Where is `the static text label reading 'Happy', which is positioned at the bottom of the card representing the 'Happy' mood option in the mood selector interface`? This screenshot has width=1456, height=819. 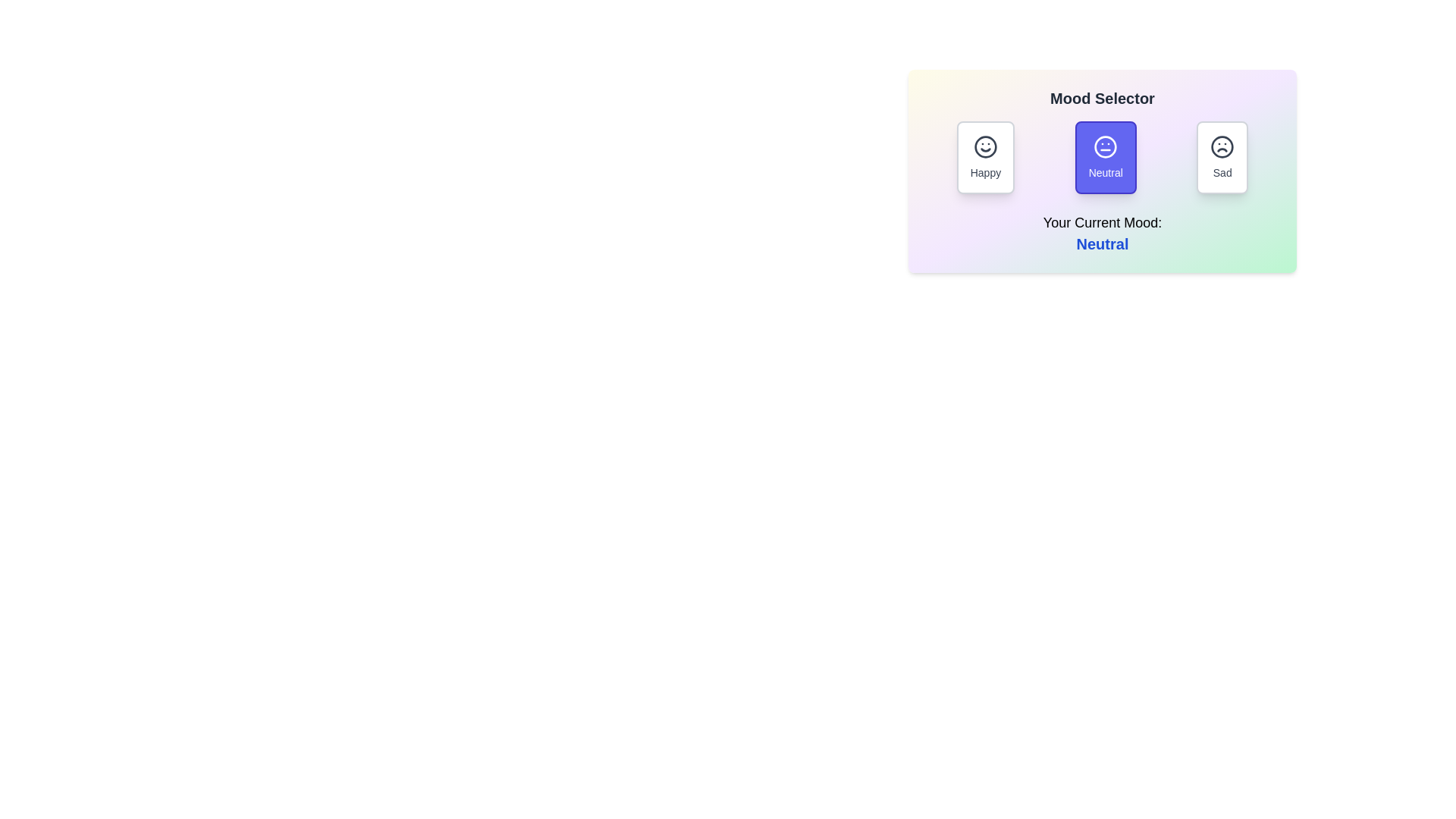 the static text label reading 'Happy', which is positioned at the bottom of the card representing the 'Happy' mood option in the mood selector interface is located at coordinates (986, 171).